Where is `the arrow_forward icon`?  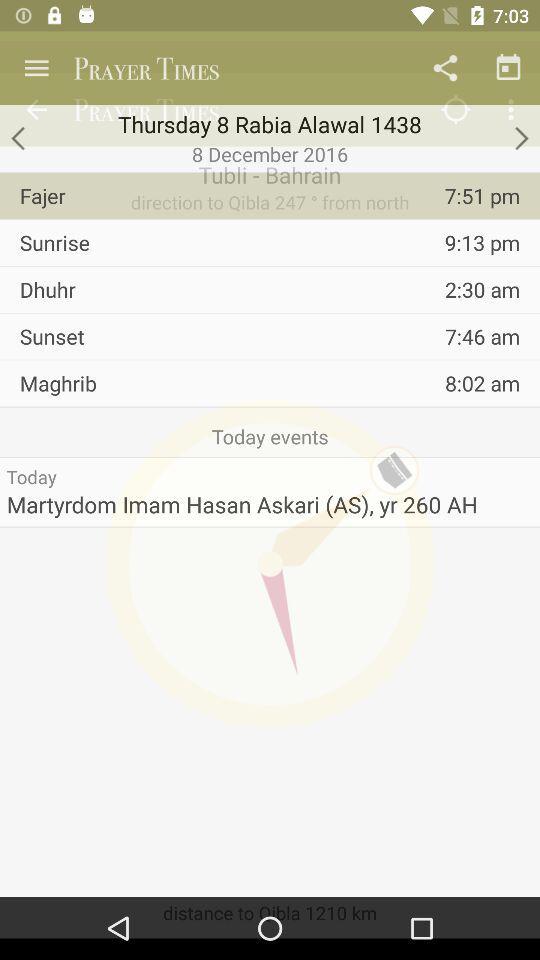 the arrow_forward icon is located at coordinates (520, 137).